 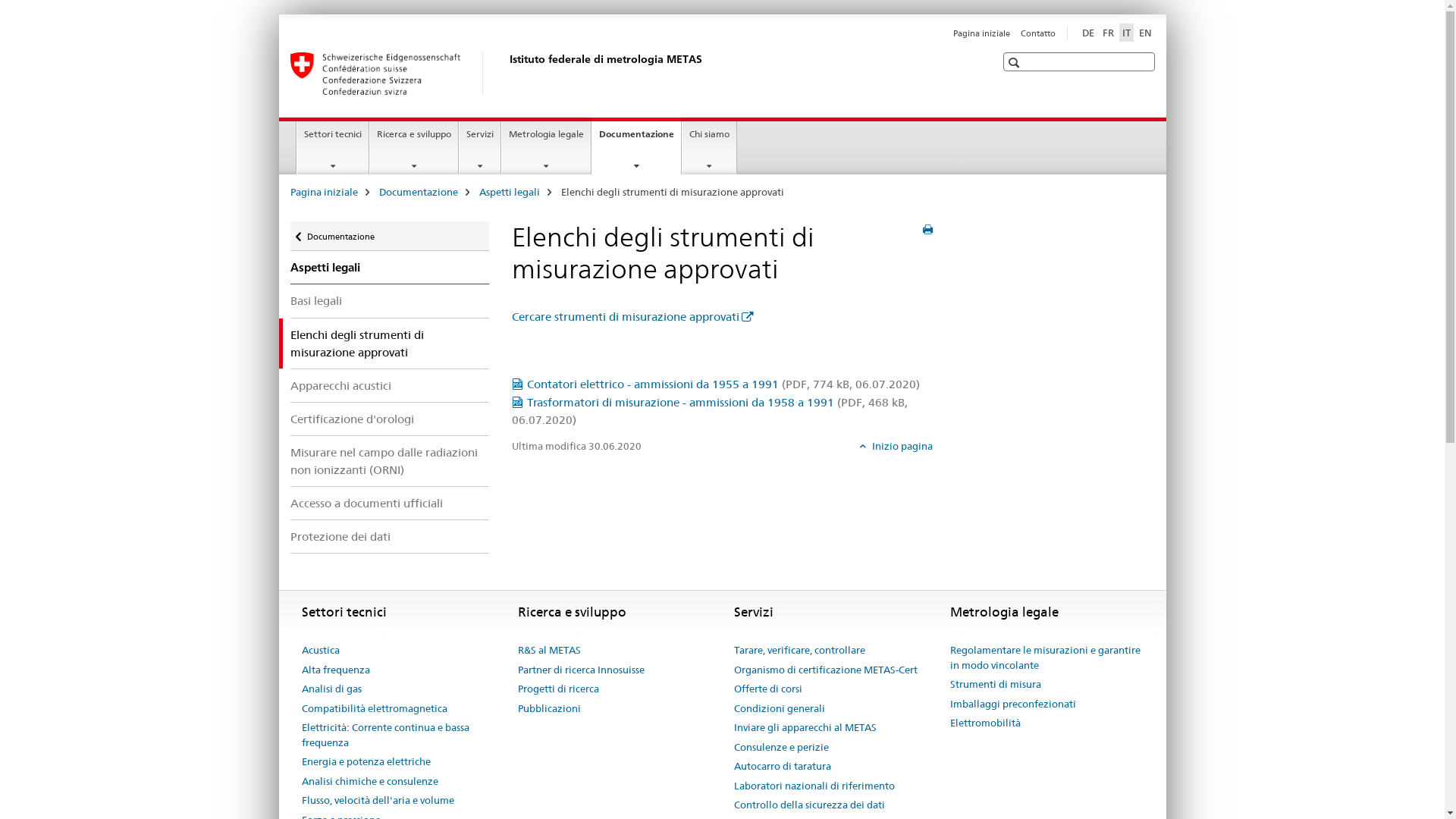 What do you see at coordinates (799, 649) in the screenshot?
I see `'Tarare, verificare, controllare'` at bounding box center [799, 649].